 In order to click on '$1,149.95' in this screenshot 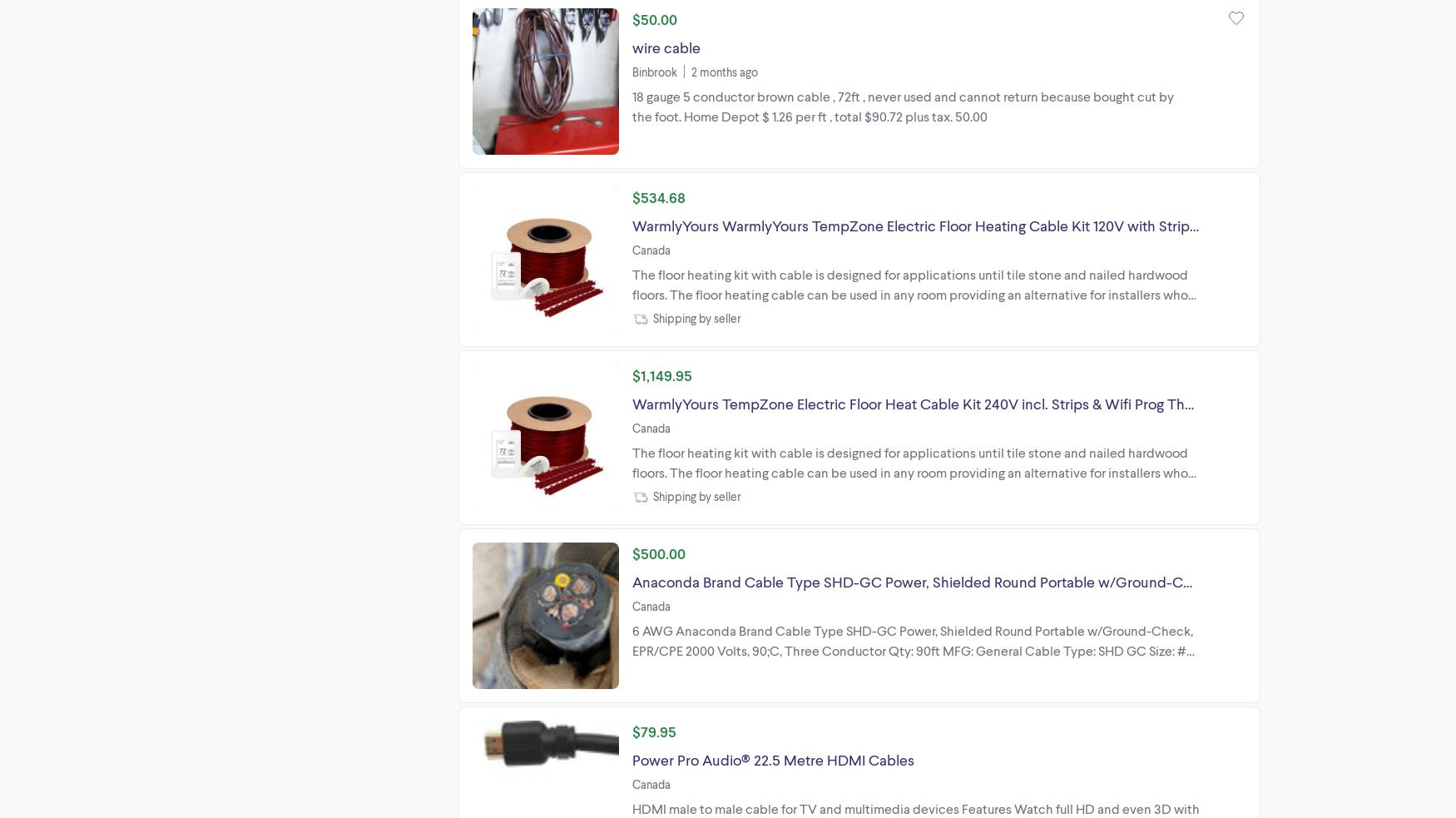, I will do `click(661, 374)`.